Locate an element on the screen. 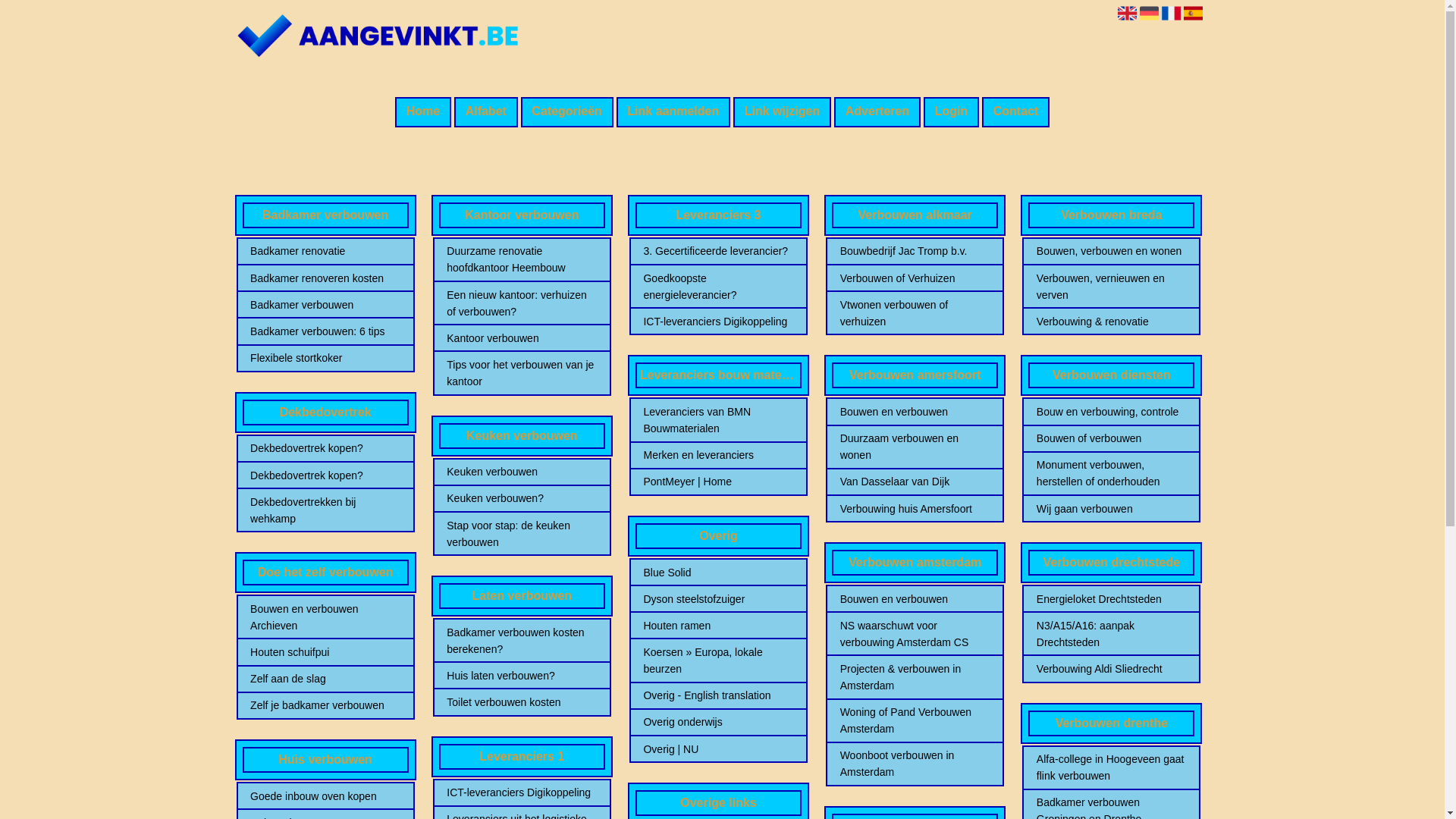  'Goedkoopste energieleverancier?' is located at coordinates (643, 287).